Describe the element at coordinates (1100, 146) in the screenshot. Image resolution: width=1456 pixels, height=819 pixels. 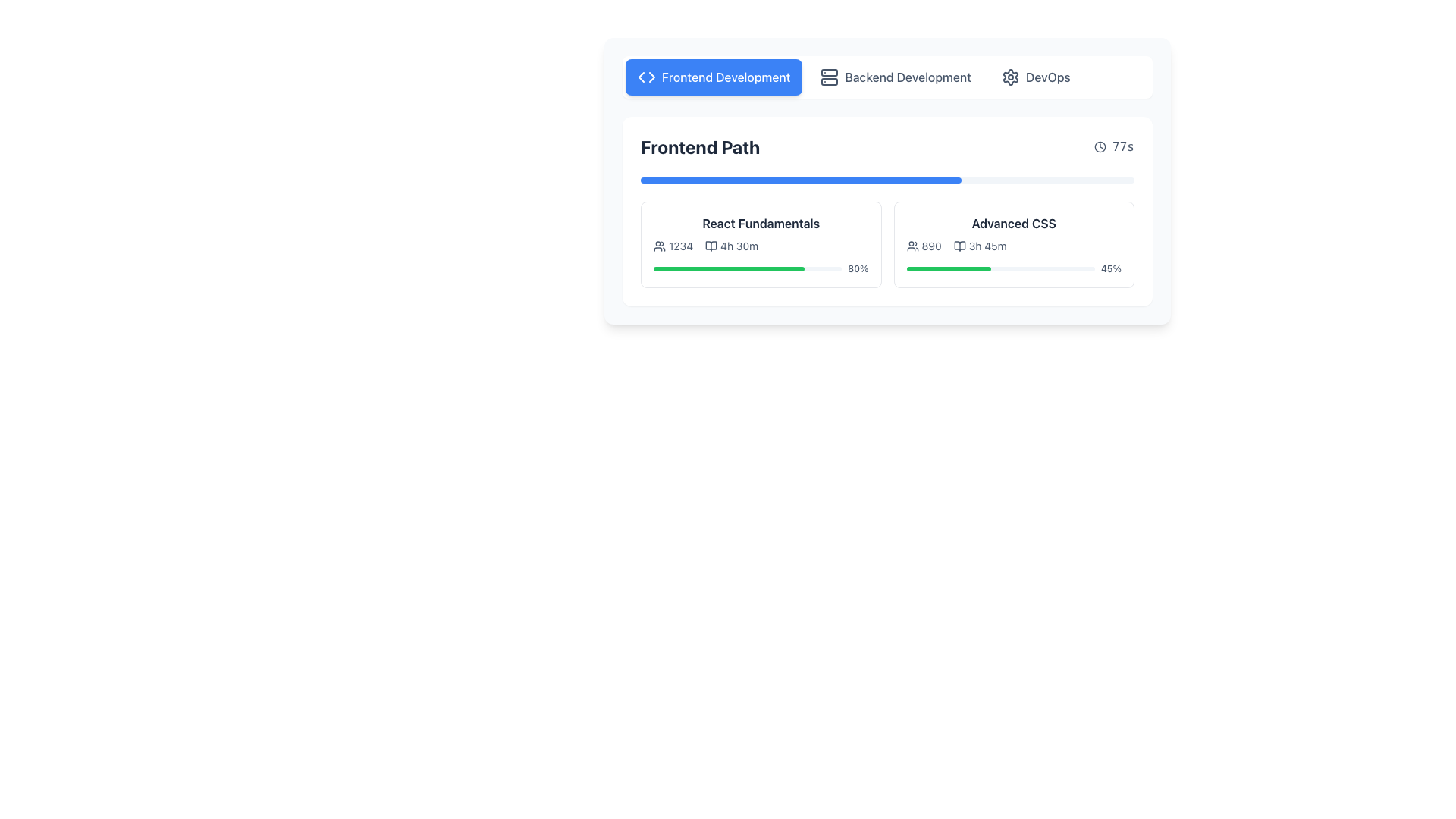
I see `any visual feedback on the circular graphical feature that represents the clock icon, located at the top right corner of the interface` at that location.